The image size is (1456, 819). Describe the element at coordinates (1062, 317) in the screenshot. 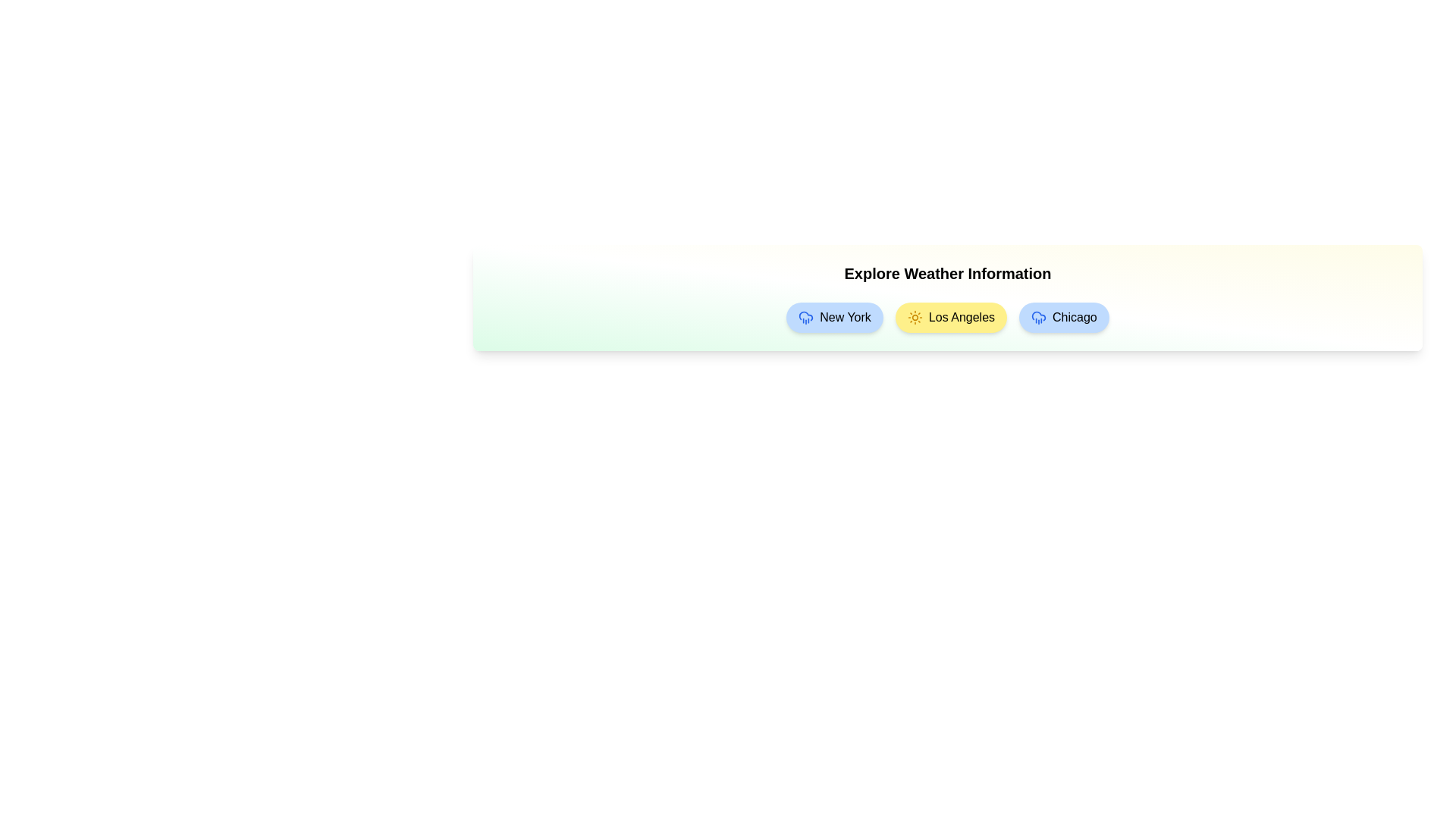

I see `the weather chip labeled Chicago` at that location.